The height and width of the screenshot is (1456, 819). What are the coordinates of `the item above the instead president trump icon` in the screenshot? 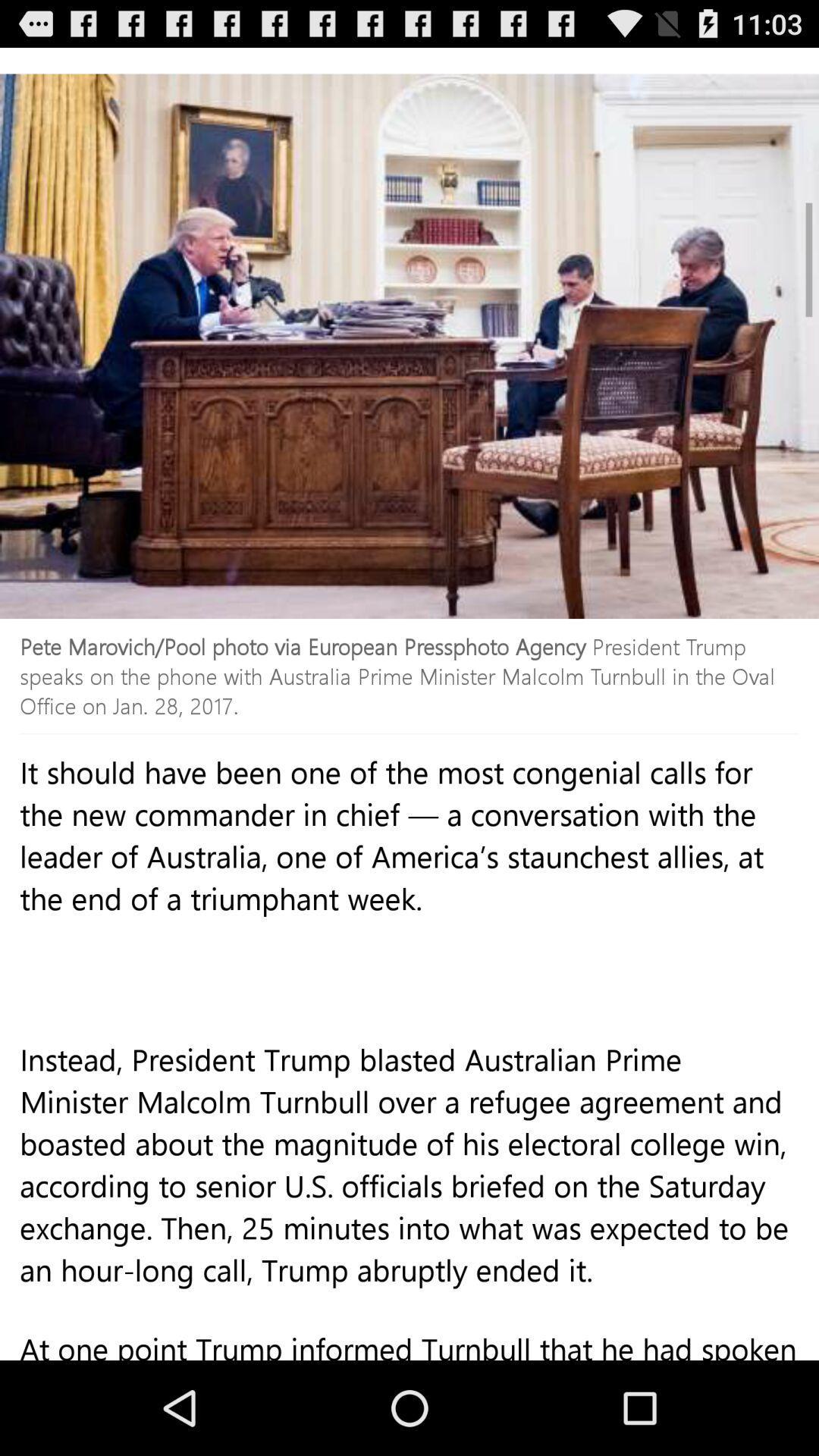 It's located at (409, 908).